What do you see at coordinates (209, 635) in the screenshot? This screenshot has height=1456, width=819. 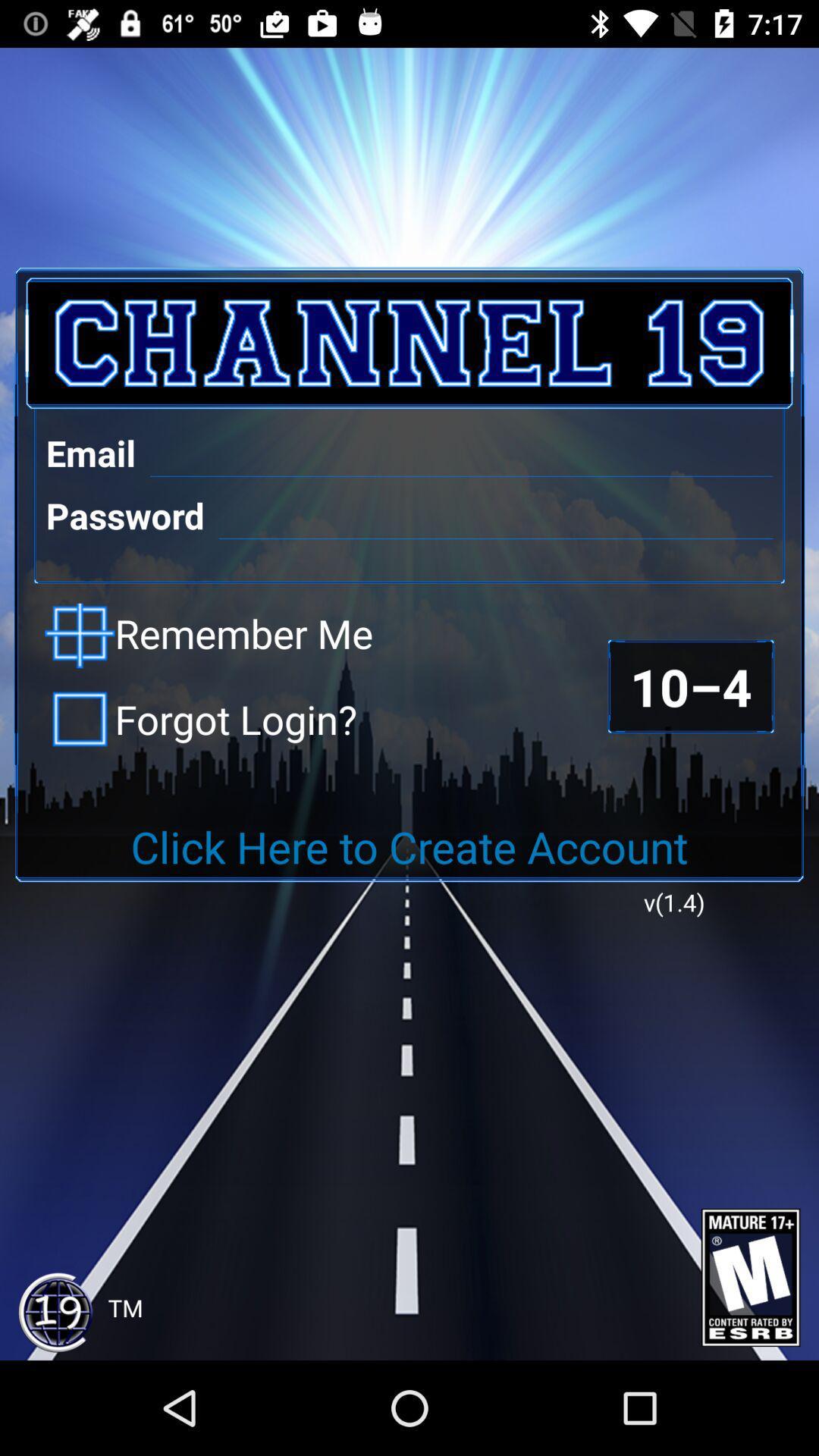 I see `the remember me checkbox` at bounding box center [209, 635].